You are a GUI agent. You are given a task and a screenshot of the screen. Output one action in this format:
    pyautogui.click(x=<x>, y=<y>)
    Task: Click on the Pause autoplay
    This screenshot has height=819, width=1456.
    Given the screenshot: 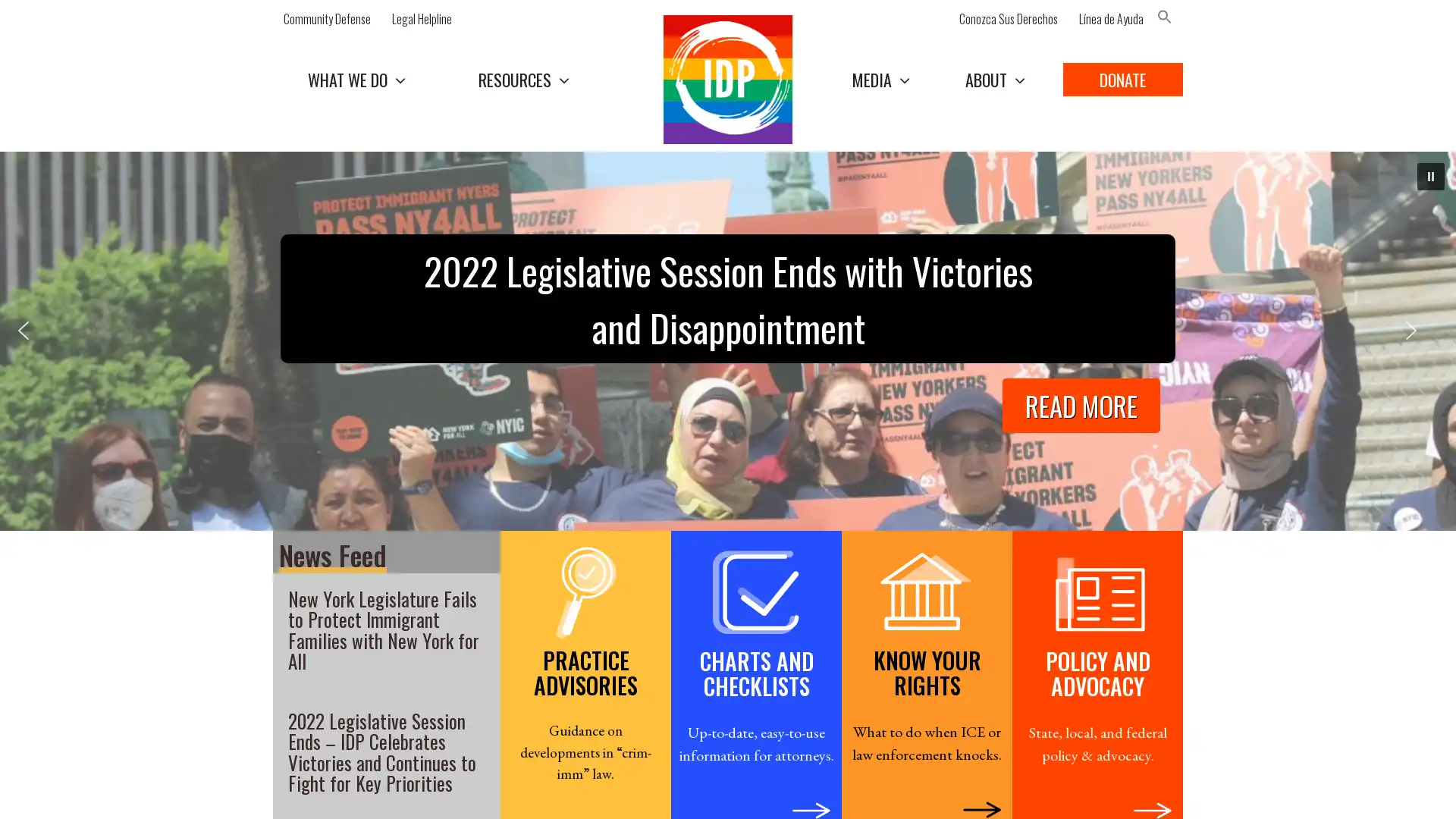 What is the action you would take?
    pyautogui.click(x=1429, y=175)
    